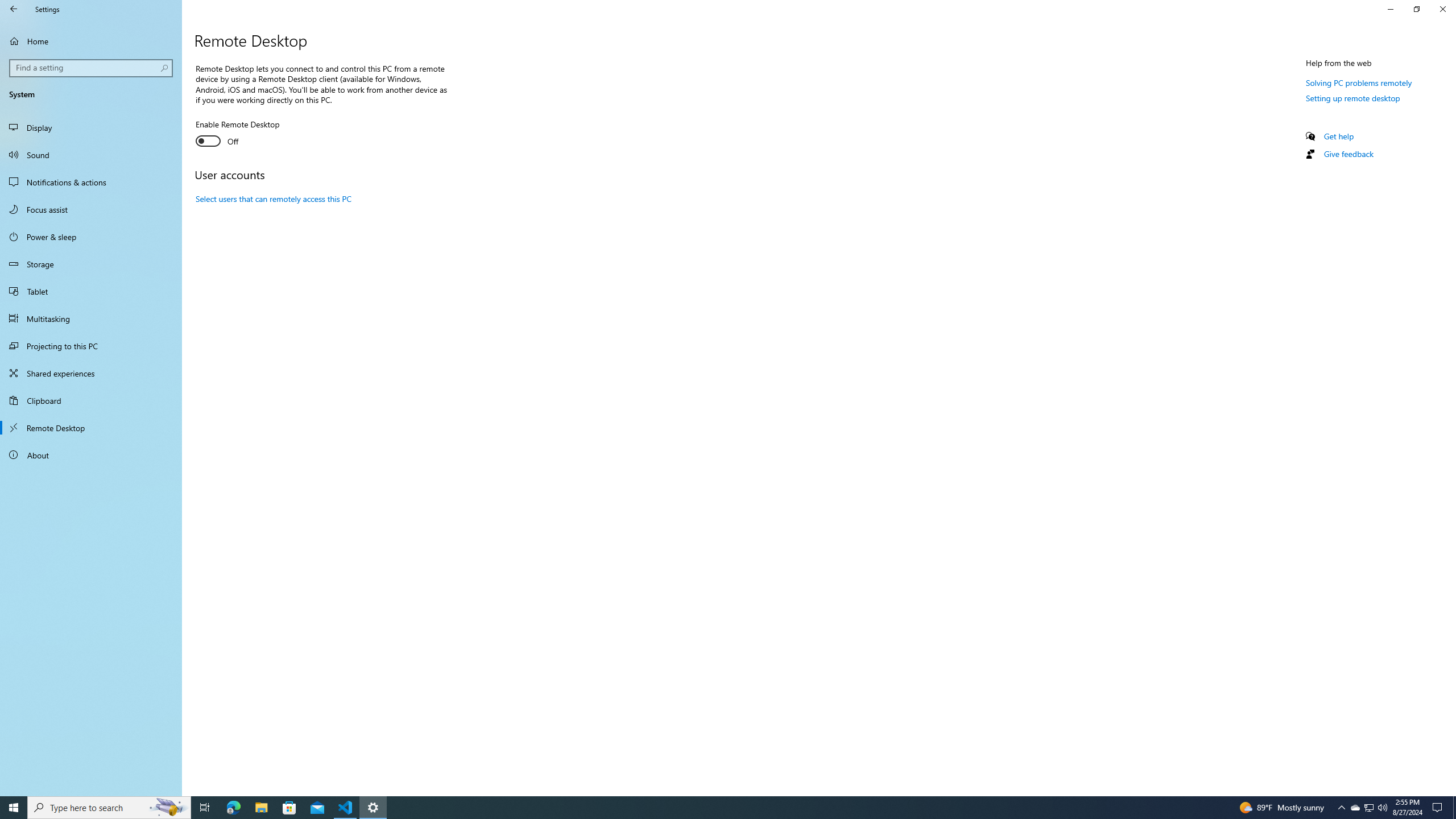  Describe the element at coordinates (1358, 82) in the screenshot. I see `'Solving PC problems remotely'` at that location.